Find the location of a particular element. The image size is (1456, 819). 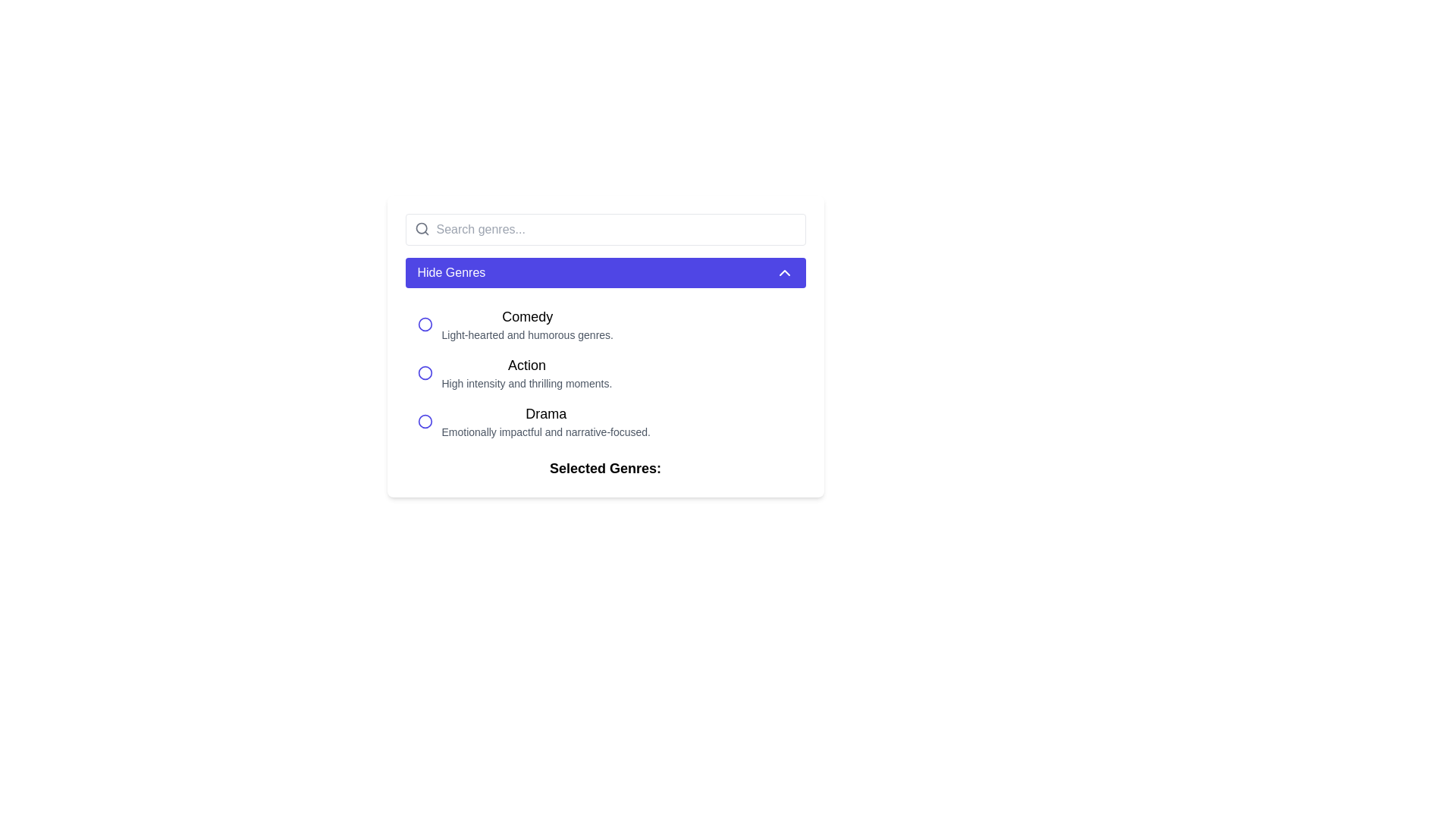

the 'Action' text label, which consists of a bold heading and a description below it, located between the 'Comedy' and 'Drama' items under the 'Hide Genres' header is located at coordinates (527, 373).